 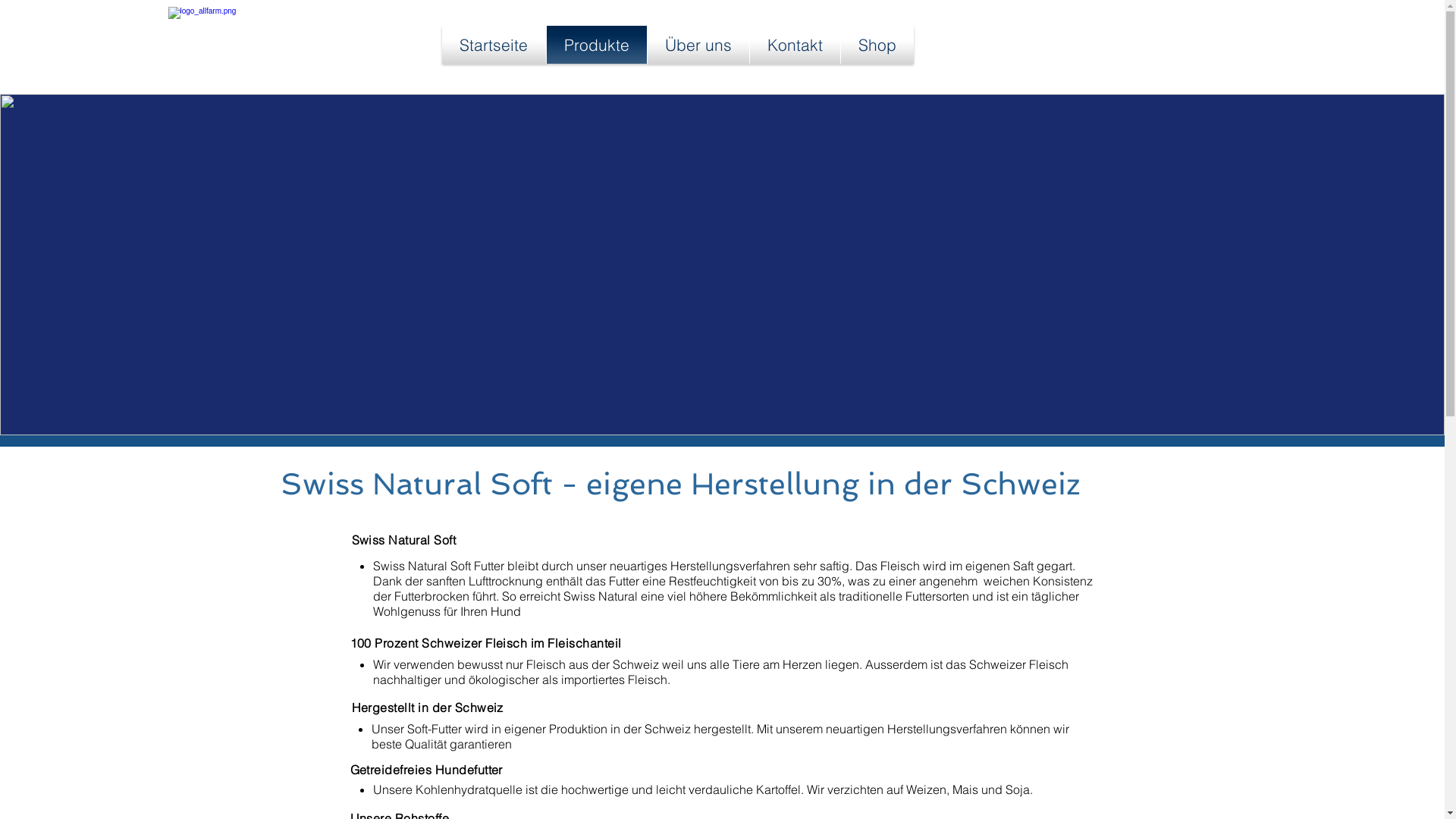 I want to click on 'Shop', so click(x=877, y=43).